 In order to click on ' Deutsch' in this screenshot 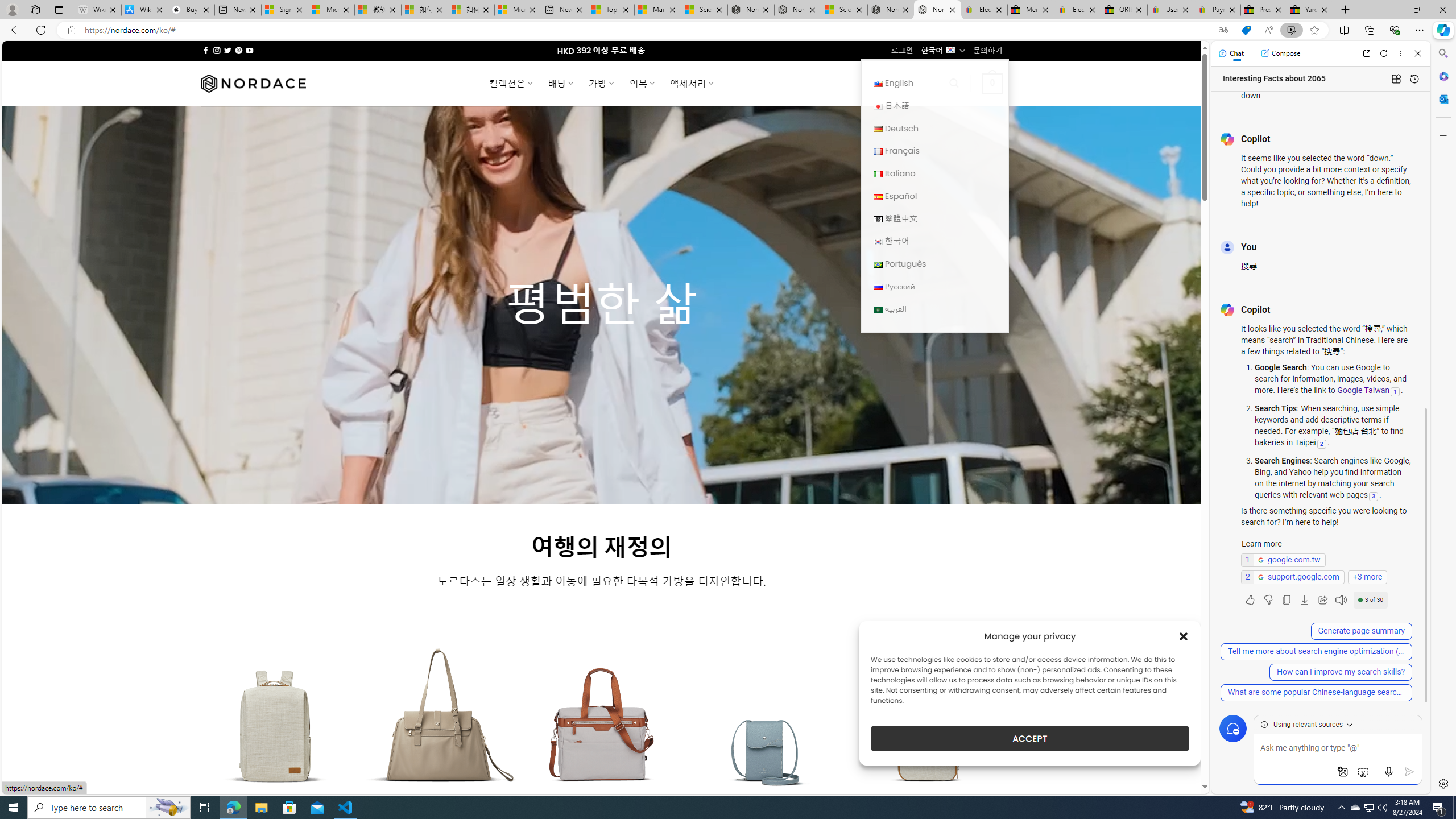, I will do `click(934, 128)`.